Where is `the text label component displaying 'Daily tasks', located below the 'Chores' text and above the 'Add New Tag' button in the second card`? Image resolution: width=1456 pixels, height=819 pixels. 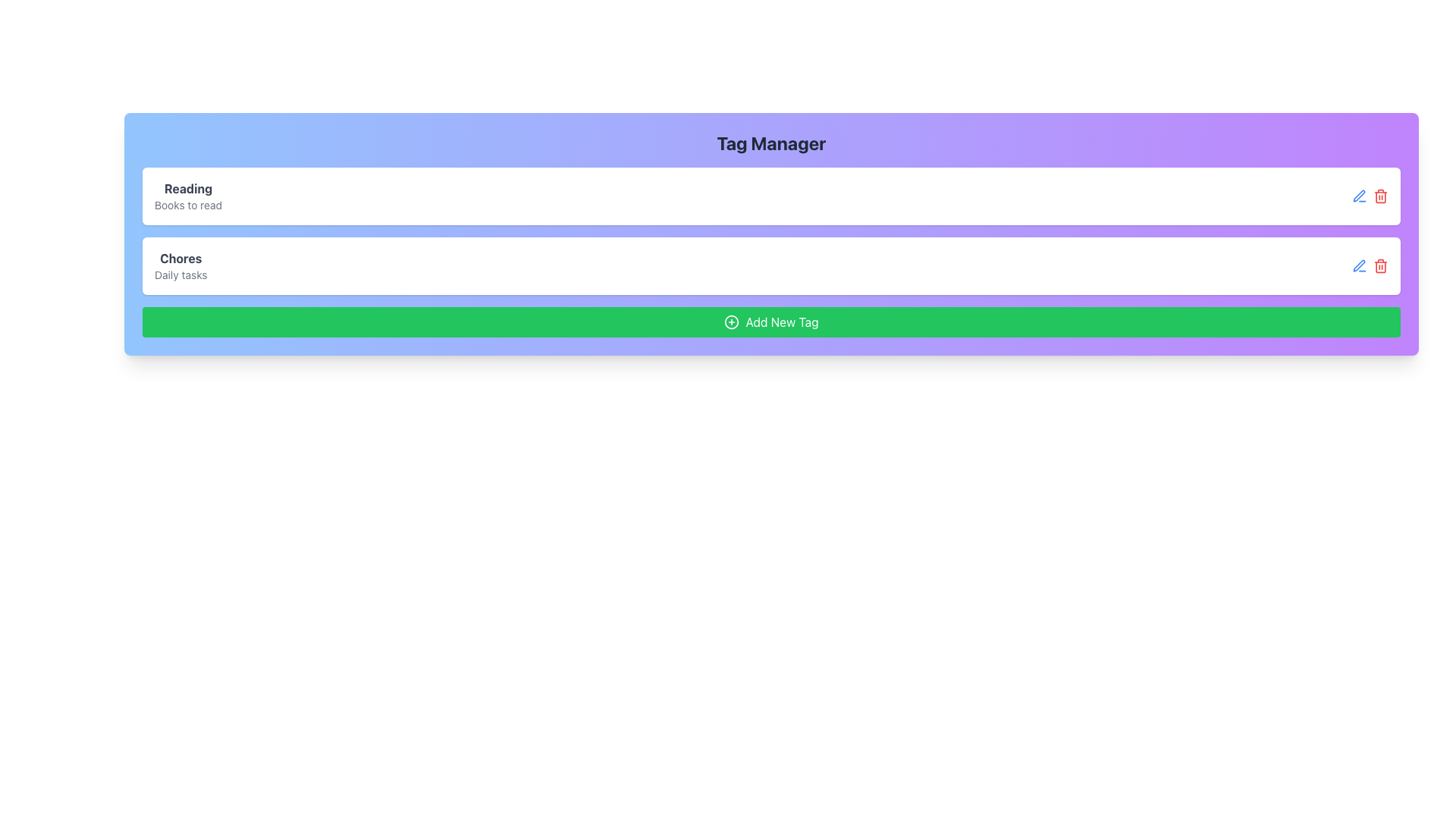
the text label component displaying 'Daily tasks', located below the 'Chores' text and above the 'Add New Tag' button in the second card is located at coordinates (180, 275).